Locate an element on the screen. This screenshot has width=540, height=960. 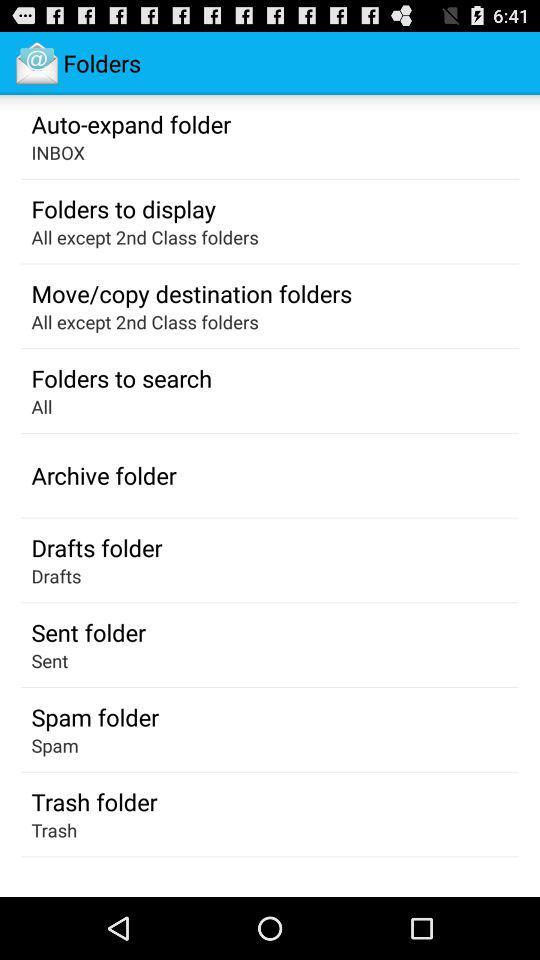
move copy destination app is located at coordinates (191, 292).